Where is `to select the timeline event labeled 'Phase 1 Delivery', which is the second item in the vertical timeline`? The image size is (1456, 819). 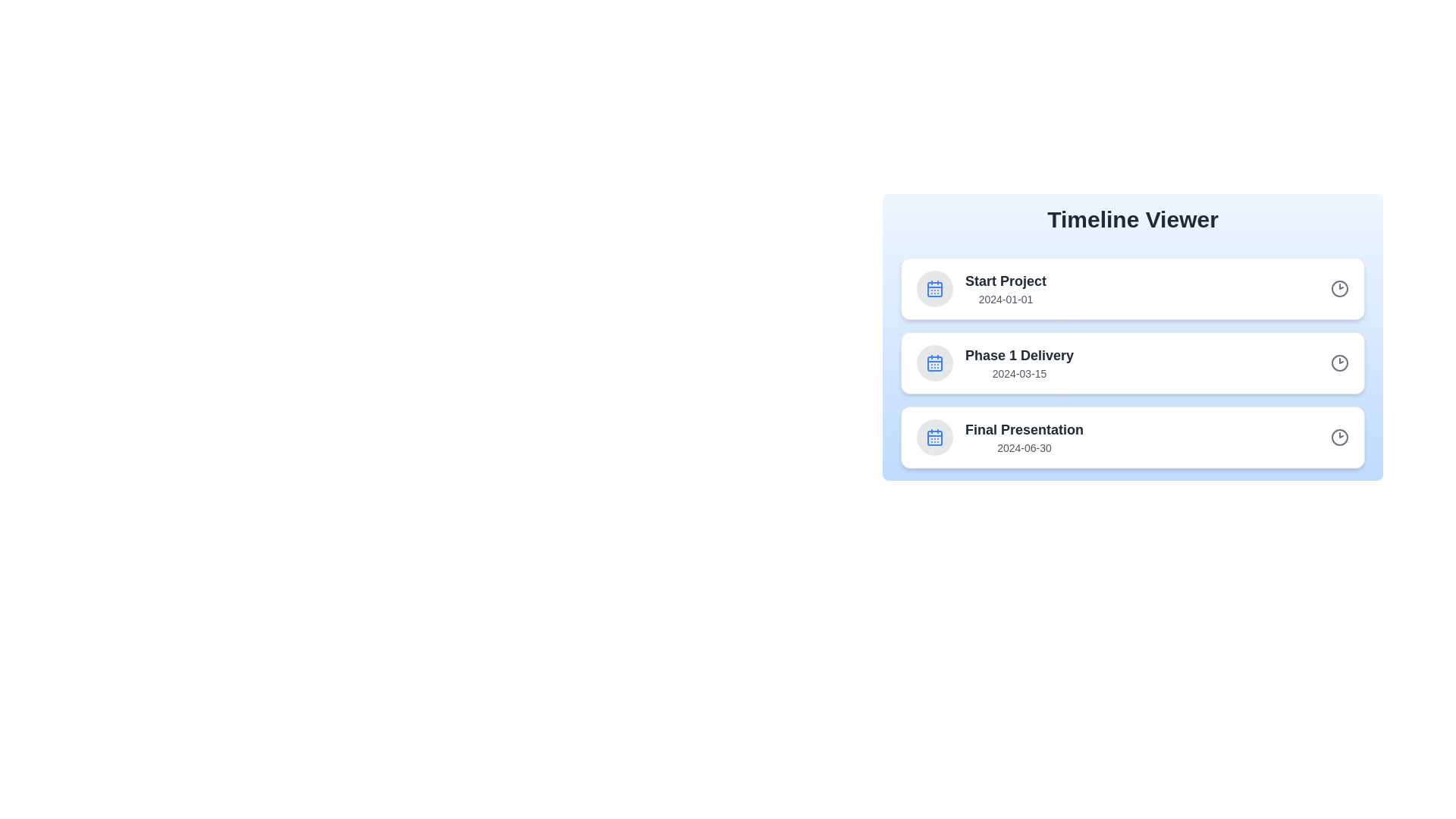 to select the timeline event labeled 'Phase 1 Delivery', which is the second item in the vertical timeline is located at coordinates (1132, 362).